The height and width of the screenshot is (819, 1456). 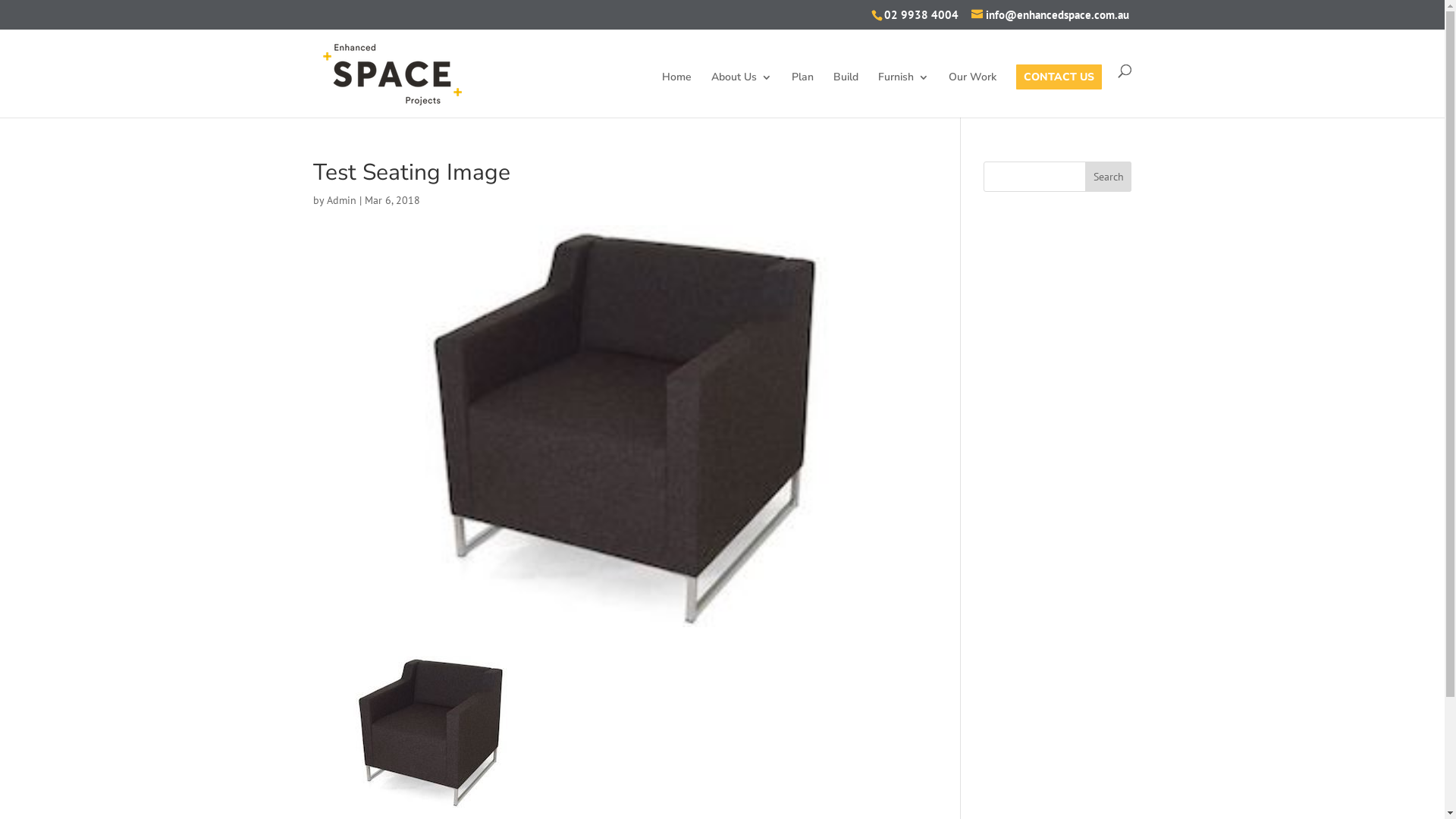 I want to click on 'Search', so click(x=1084, y=174).